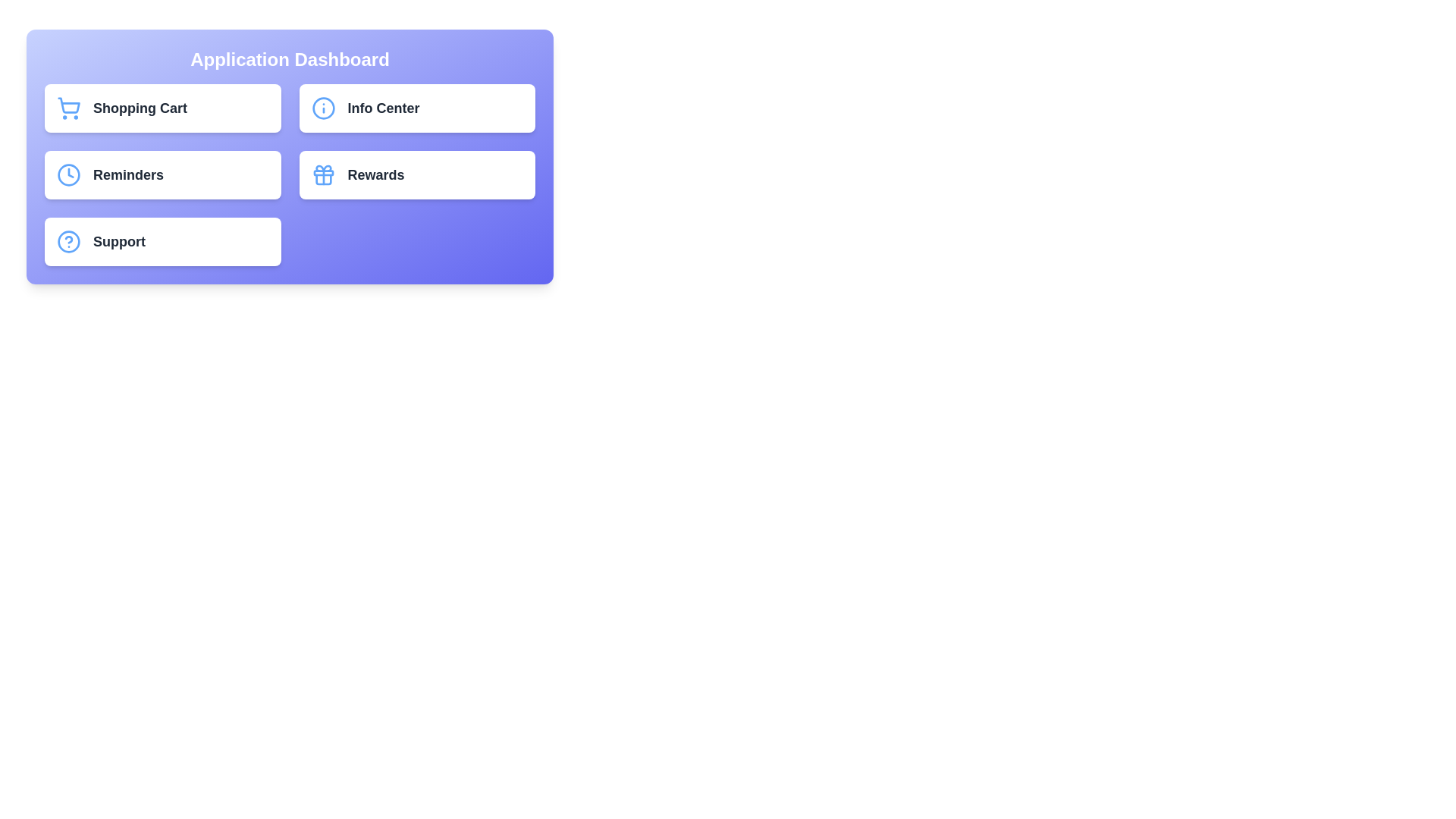 This screenshot has height=819, width=1456. What do you see at coordinates (322, 174) in the screenshot?
I see `the blue gift icon, which represents a wrapped box with a bow, located in the 'Rewards' section of the Application Dashboard` at bounding box center [322, 174].